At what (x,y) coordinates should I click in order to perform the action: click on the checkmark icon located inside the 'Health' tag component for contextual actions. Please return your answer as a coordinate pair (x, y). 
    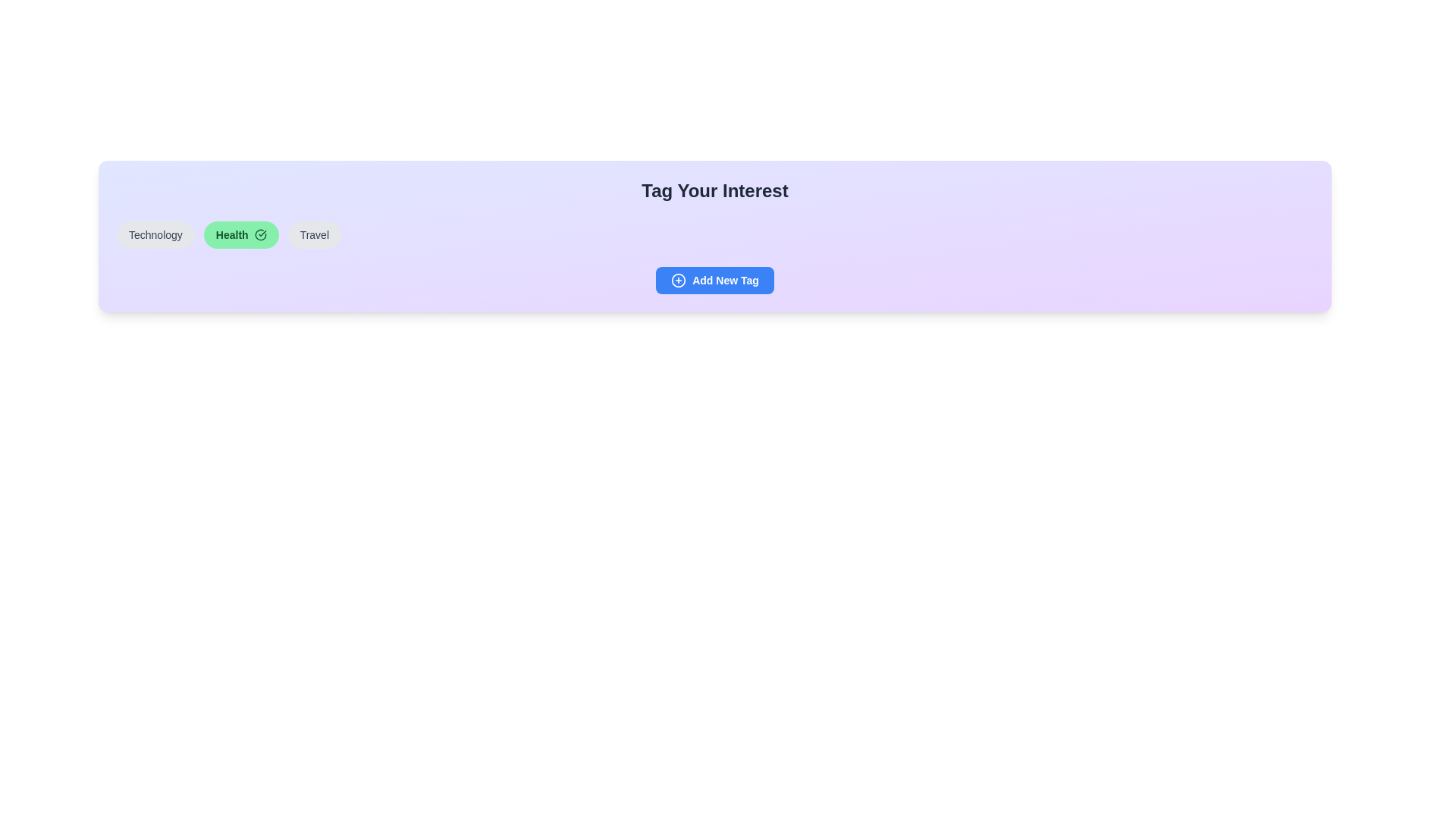
    Looking at the image, I should click on (260, 234).